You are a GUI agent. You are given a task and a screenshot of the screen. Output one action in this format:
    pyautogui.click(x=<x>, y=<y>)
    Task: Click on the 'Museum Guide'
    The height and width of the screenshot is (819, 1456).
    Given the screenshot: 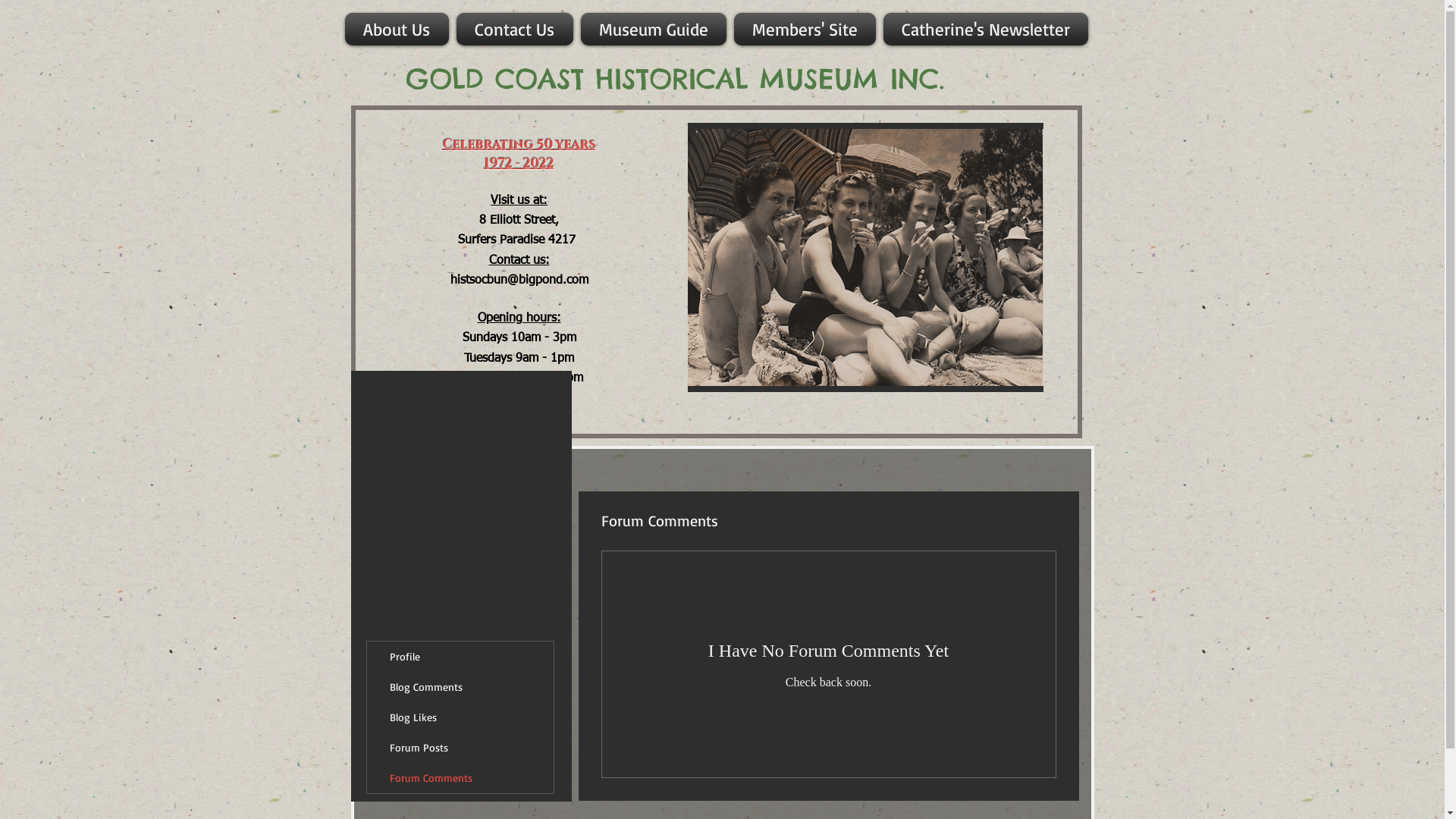 What is the action you would take?
    pyautogui.click(x=652, y=29)
    